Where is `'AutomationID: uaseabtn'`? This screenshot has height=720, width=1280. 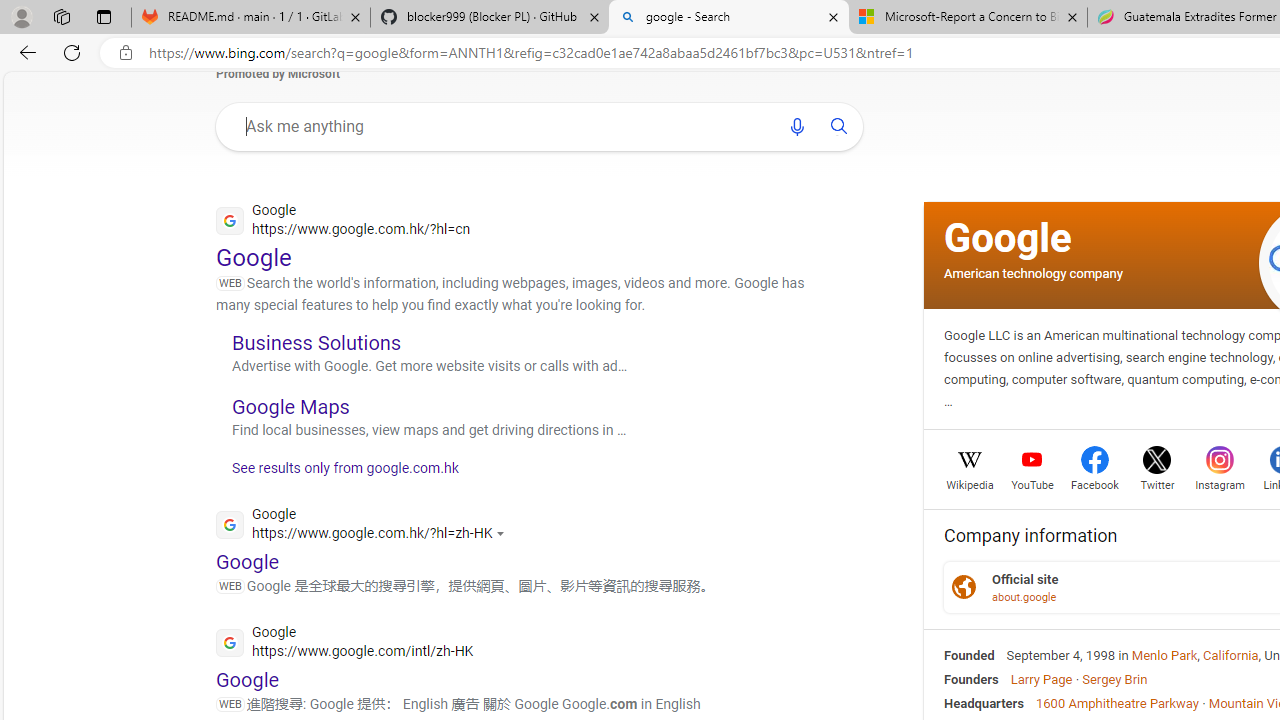
'AutomationID: uaseabtn' is located at coordinates (839, 126).